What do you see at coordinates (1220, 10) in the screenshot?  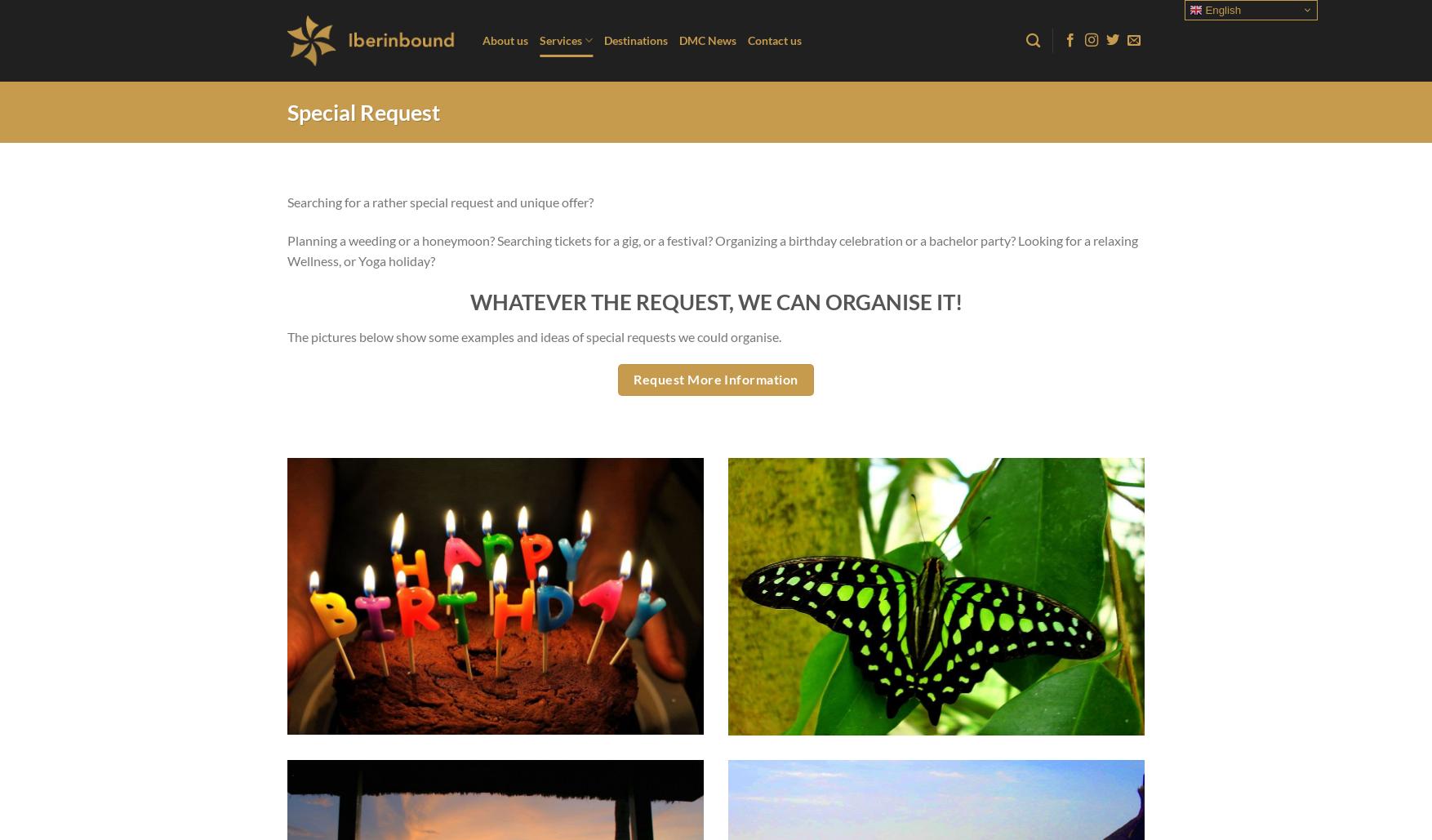 I see `'English'` at bounding box center [1220, 10].